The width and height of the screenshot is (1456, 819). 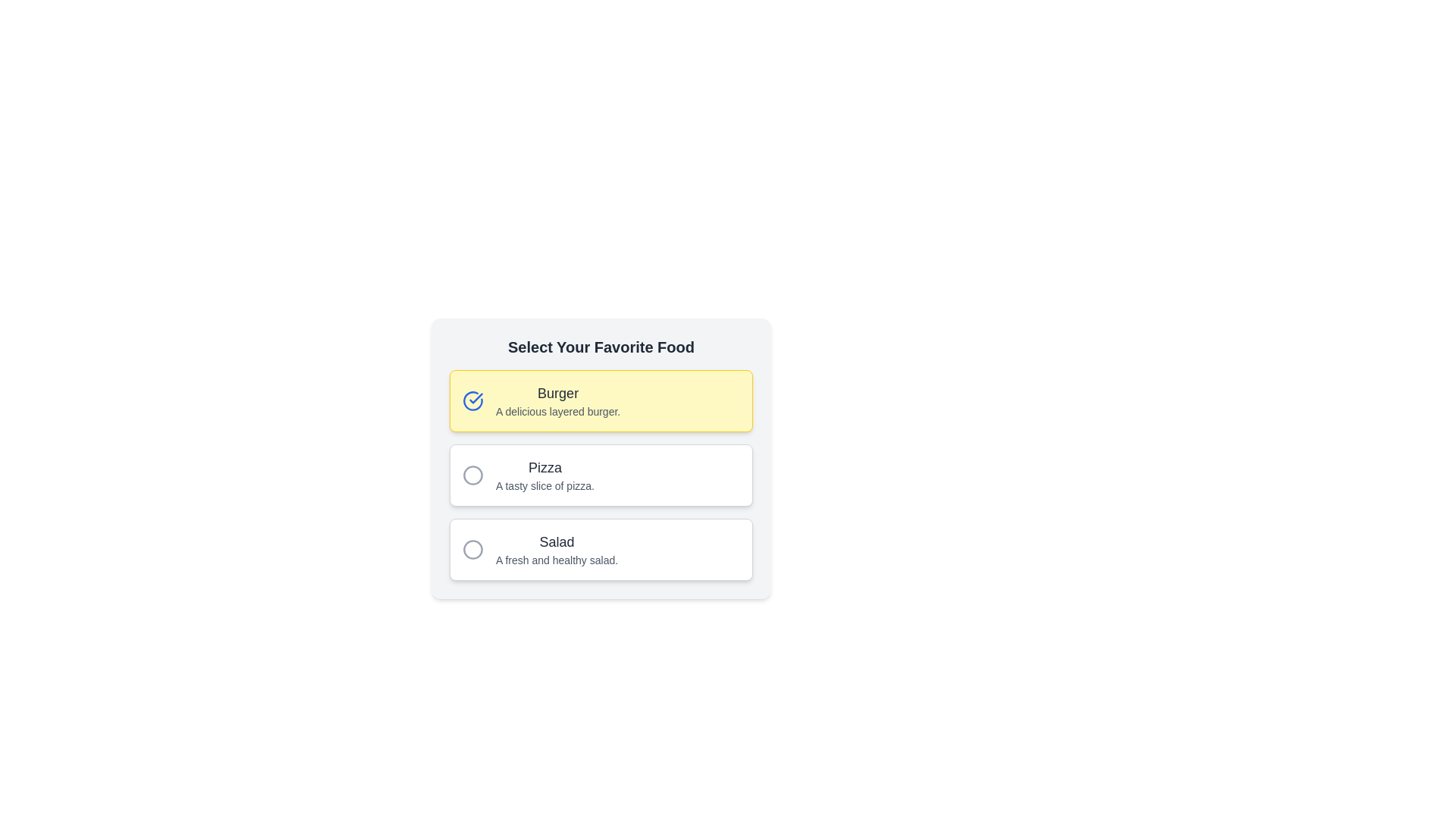 What do you see at coordinates (557, 393) in the screenshot?
I see `the bold, medium-sized text reading 'Burger' which is part of a highlighted selection, positioned at the top of three choices` at bounding box center [557, 393].